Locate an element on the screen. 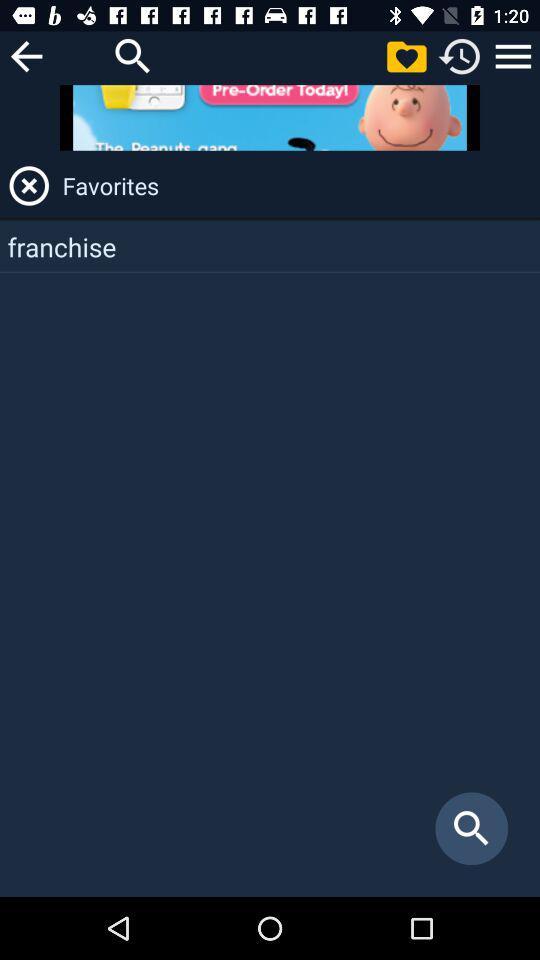  menu button is located at coordinates (513, 55).